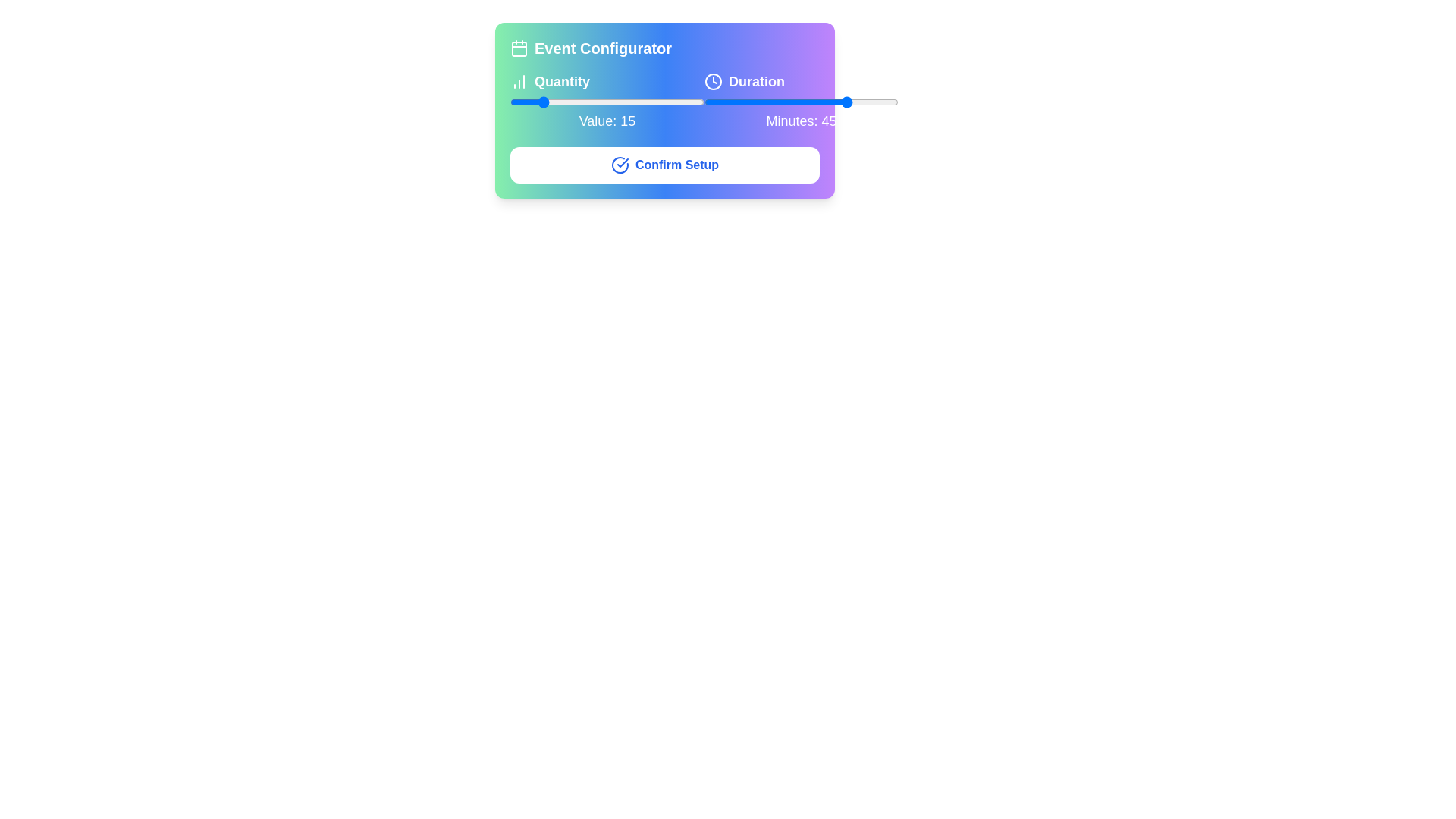  What do you see at coordinates (753, 102) in the screenshot?
I see `duration` at bounding box center [753, 102].